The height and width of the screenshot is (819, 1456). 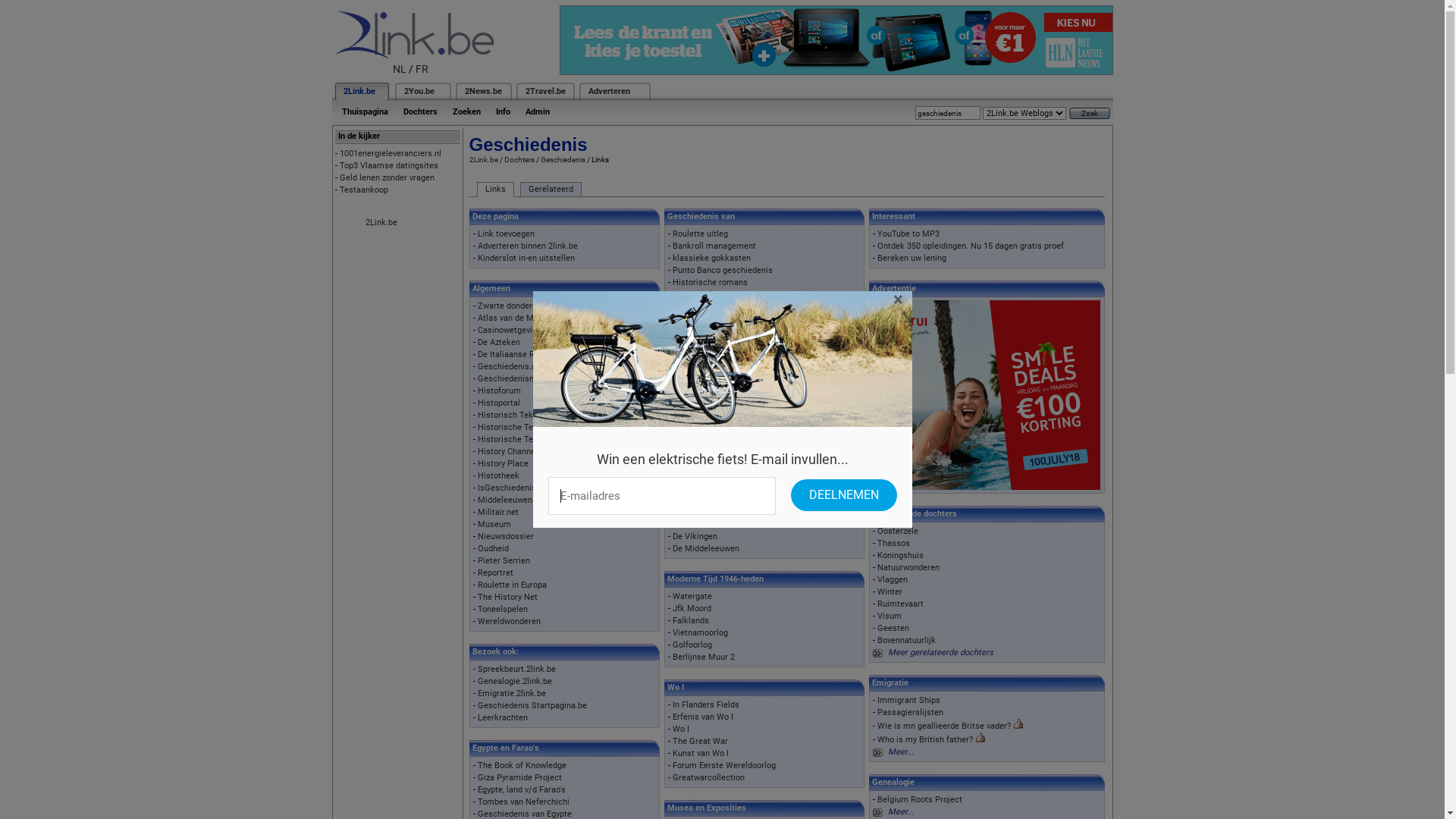 What do you see at coordinates (390, 153) in the screenshot?
I see `'1001energieleveranciers.nl'` at bounding box center [390, 153].